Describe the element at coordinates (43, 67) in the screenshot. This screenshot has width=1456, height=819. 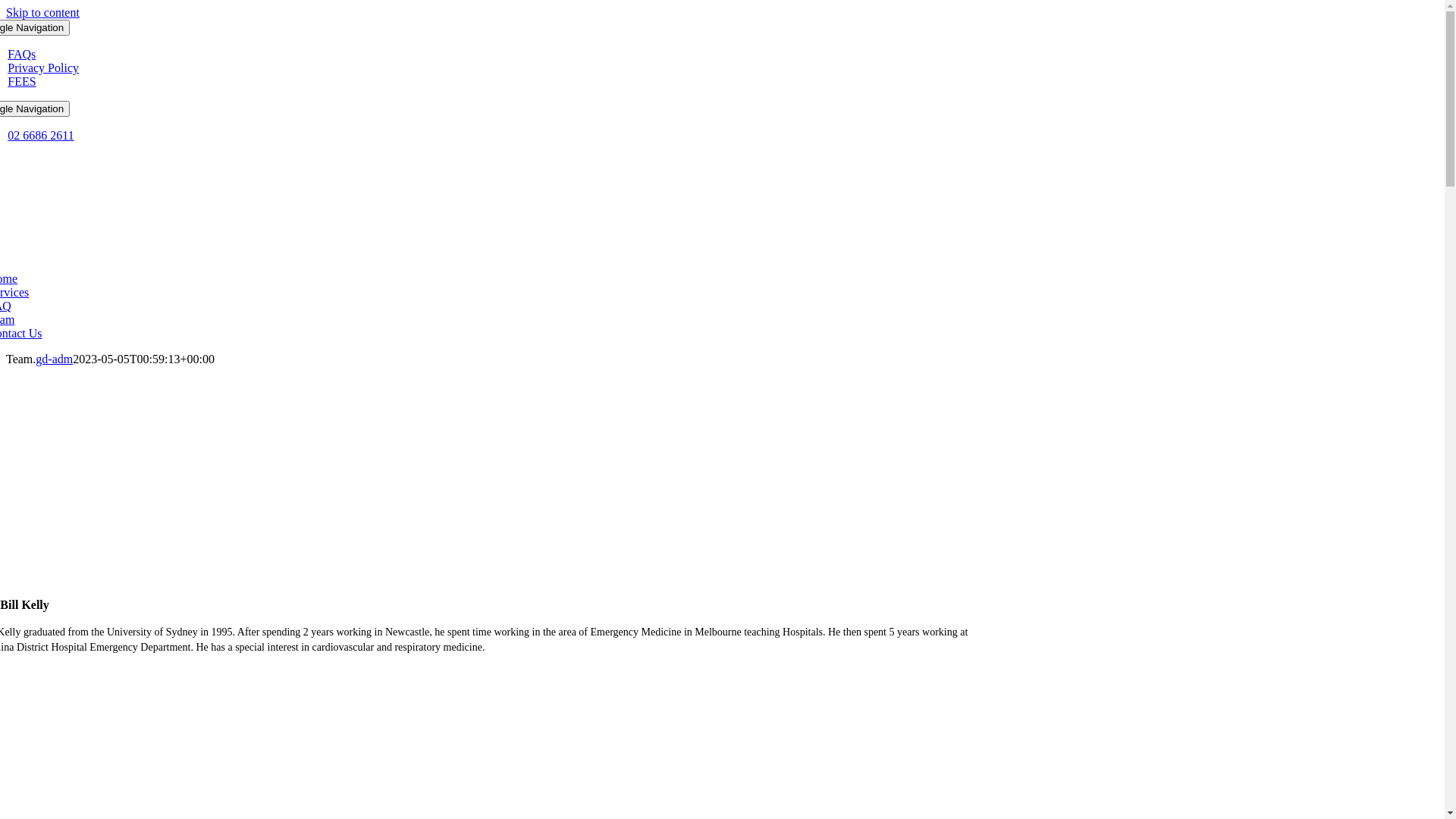
I see `'Privacy Policy'` at that location.